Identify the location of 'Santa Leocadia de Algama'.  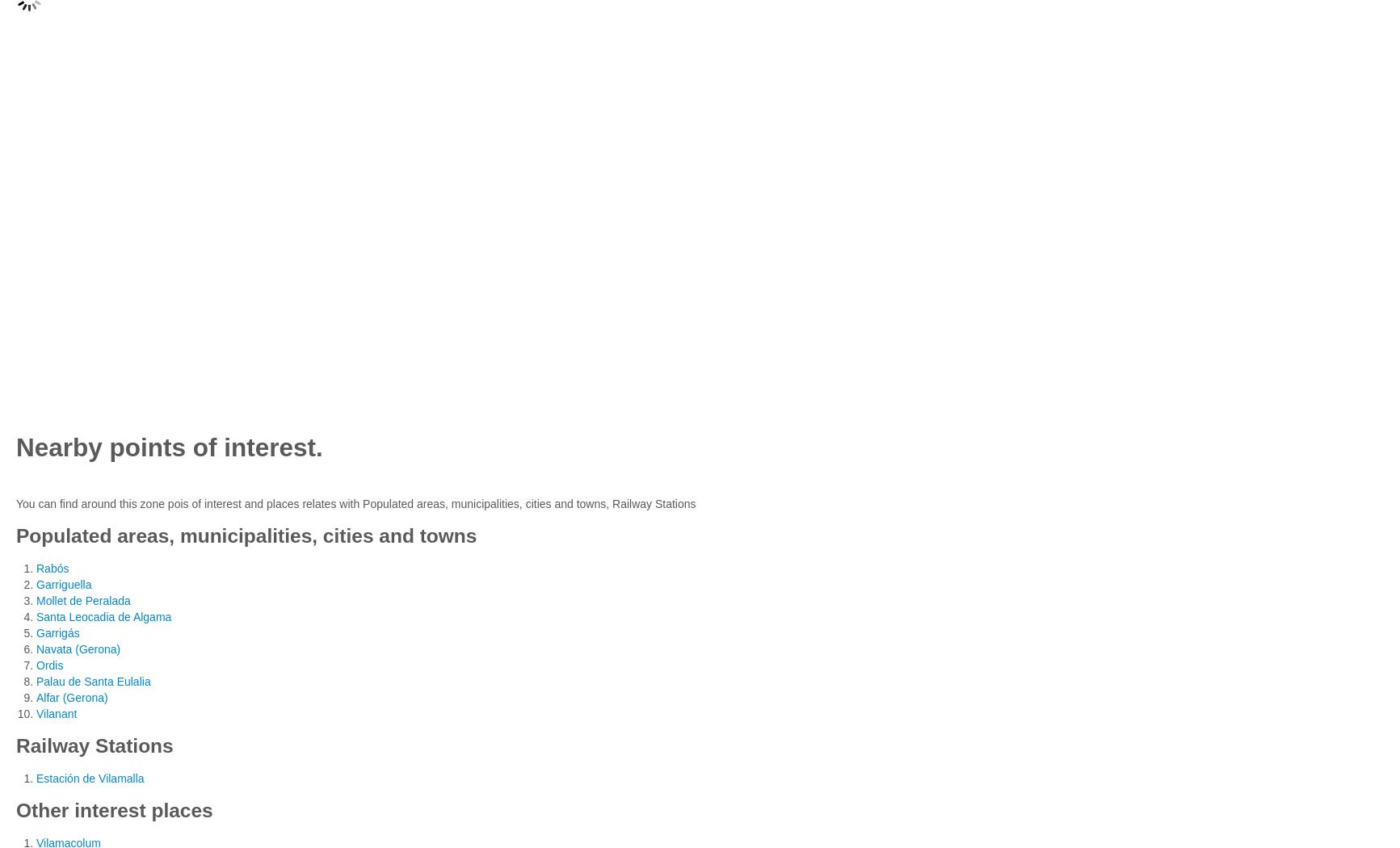
(103, 616).